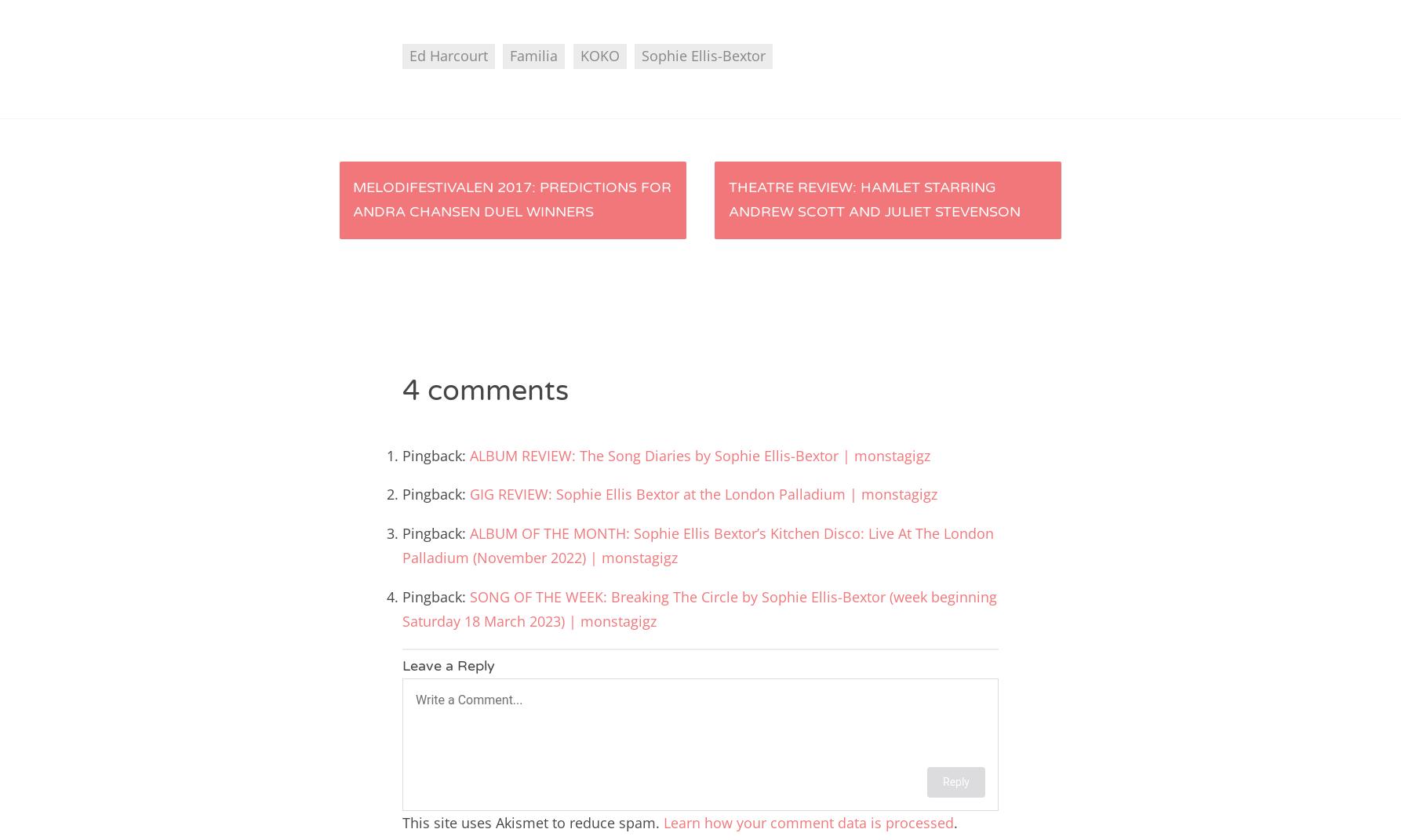 Image resolution: width=1401 pixels, height=840 pixels. What do you see at coordinates (448, 665) in the screenshot?
I see `'Leave a Reply'` at bounding box center [448, 665].